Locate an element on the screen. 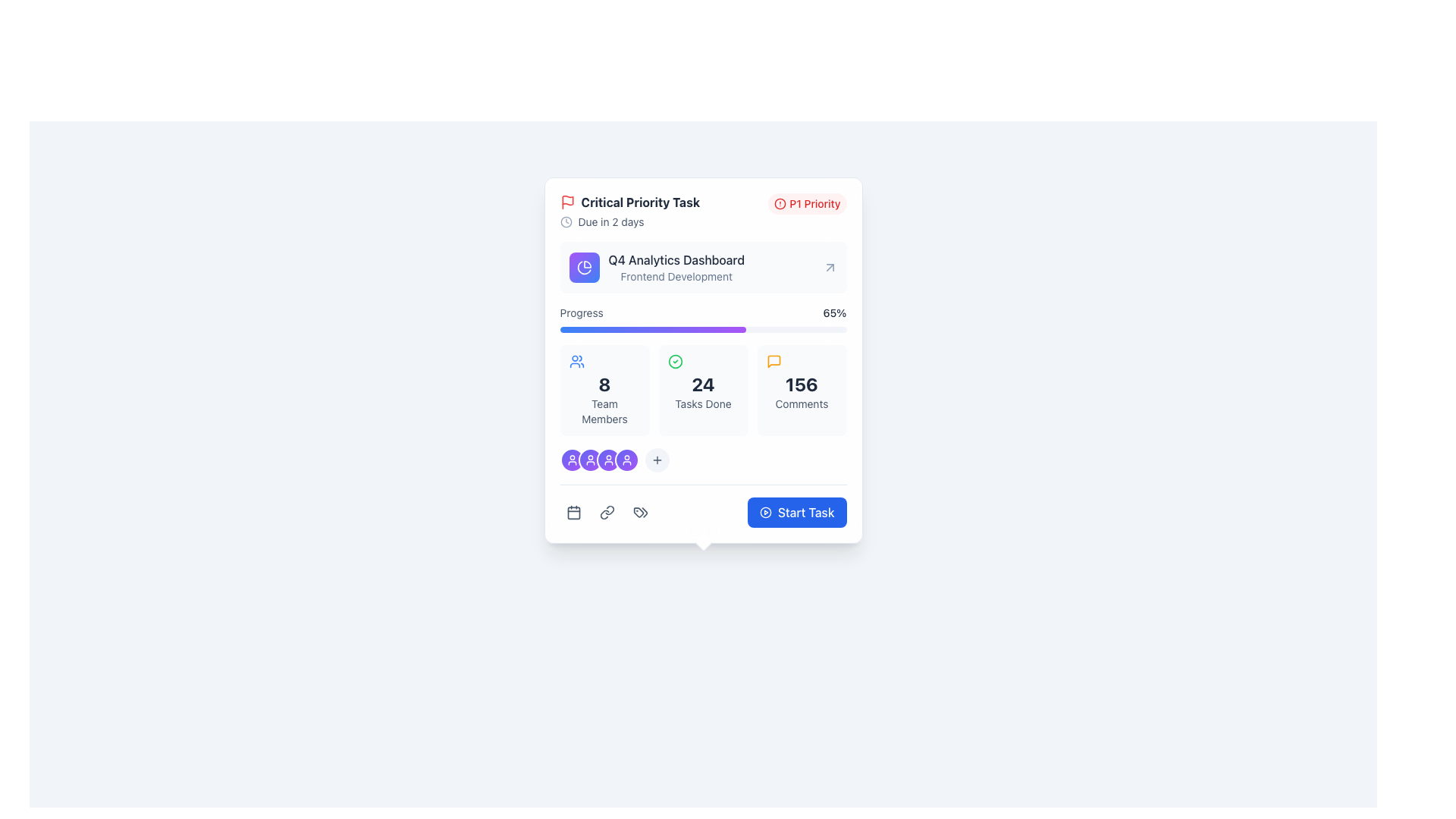 This screenshot has height=819, width=1456. the link icon located at the bottom of the card interface, positioned to the right of the calendar icon and to the left of another icon, to interact and open a related link is located at coordinates (604, 513).